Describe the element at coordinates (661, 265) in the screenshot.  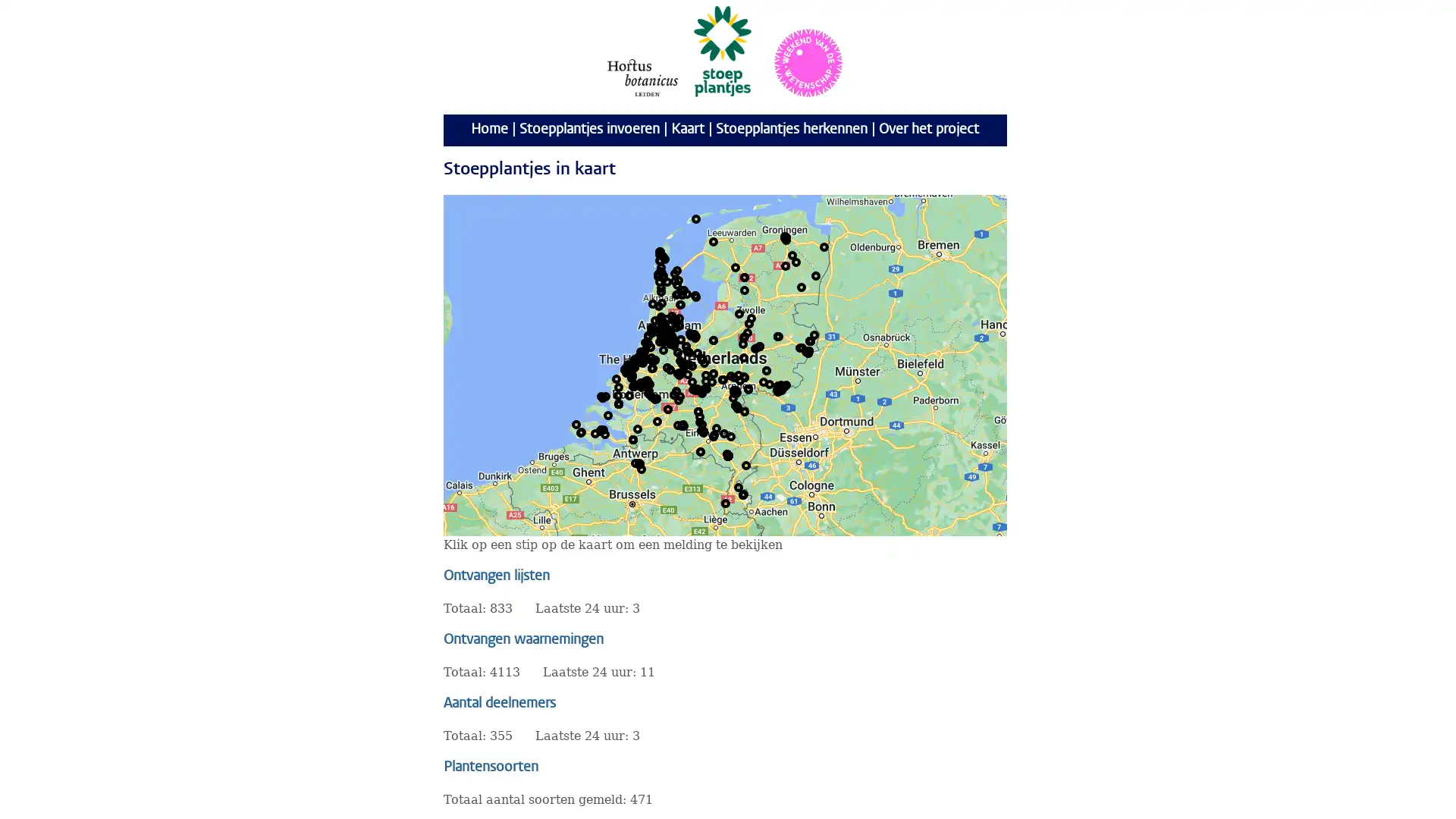
I see `Telling van op 08 november 2021` at that location.